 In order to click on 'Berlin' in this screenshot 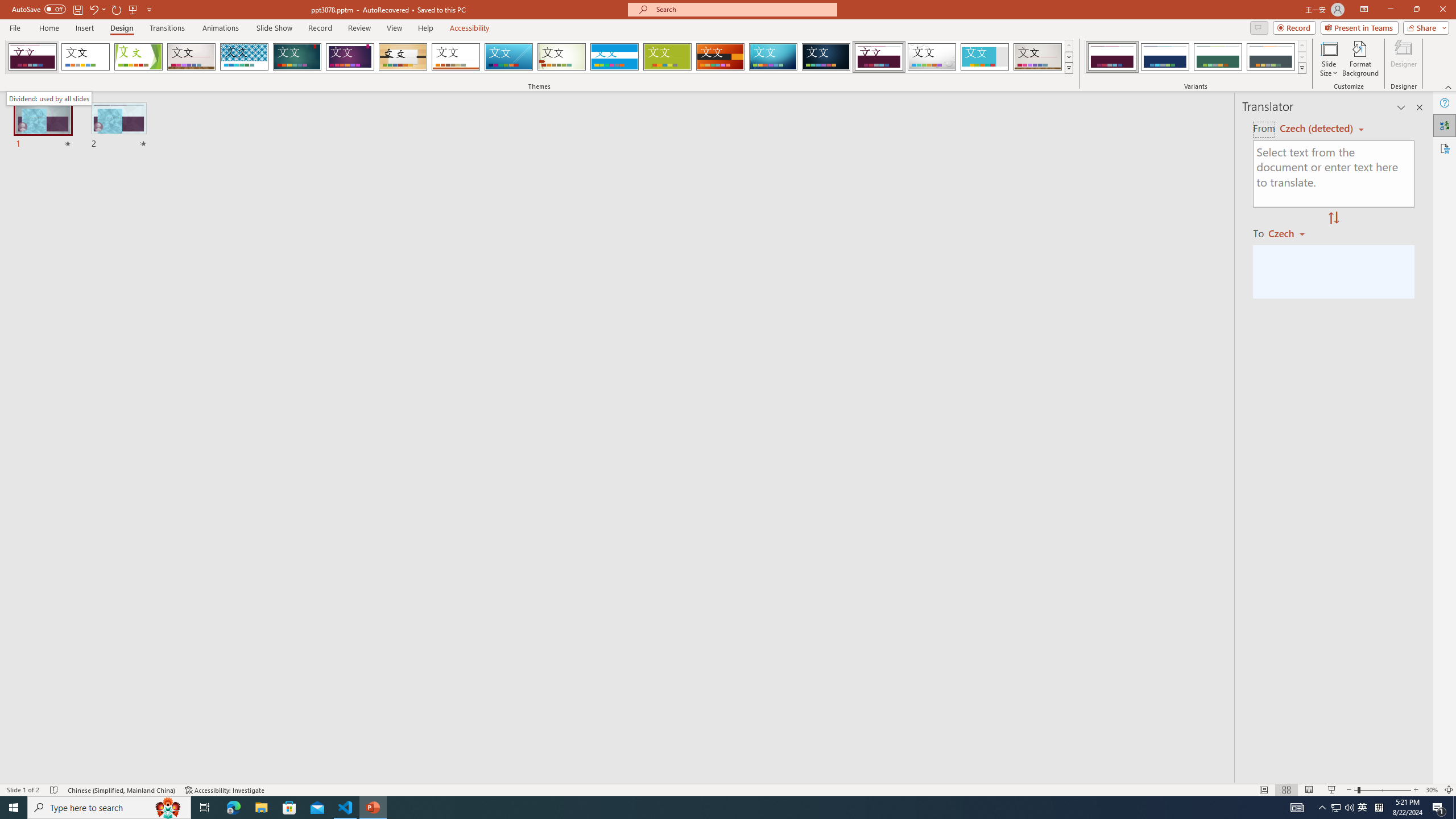, I will do `click(721, 56)`.